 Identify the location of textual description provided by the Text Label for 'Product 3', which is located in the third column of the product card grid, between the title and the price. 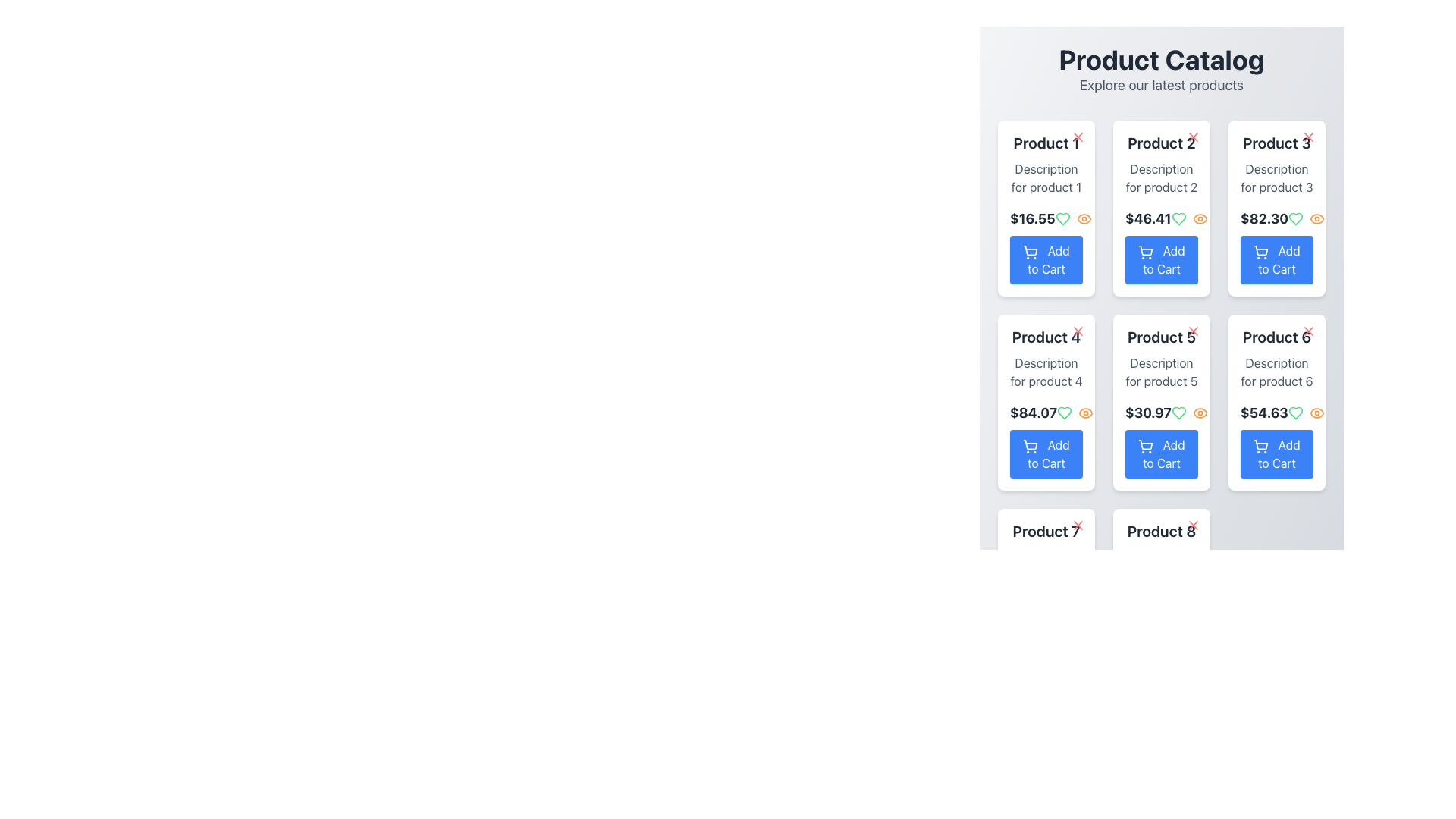
(1276, 177).